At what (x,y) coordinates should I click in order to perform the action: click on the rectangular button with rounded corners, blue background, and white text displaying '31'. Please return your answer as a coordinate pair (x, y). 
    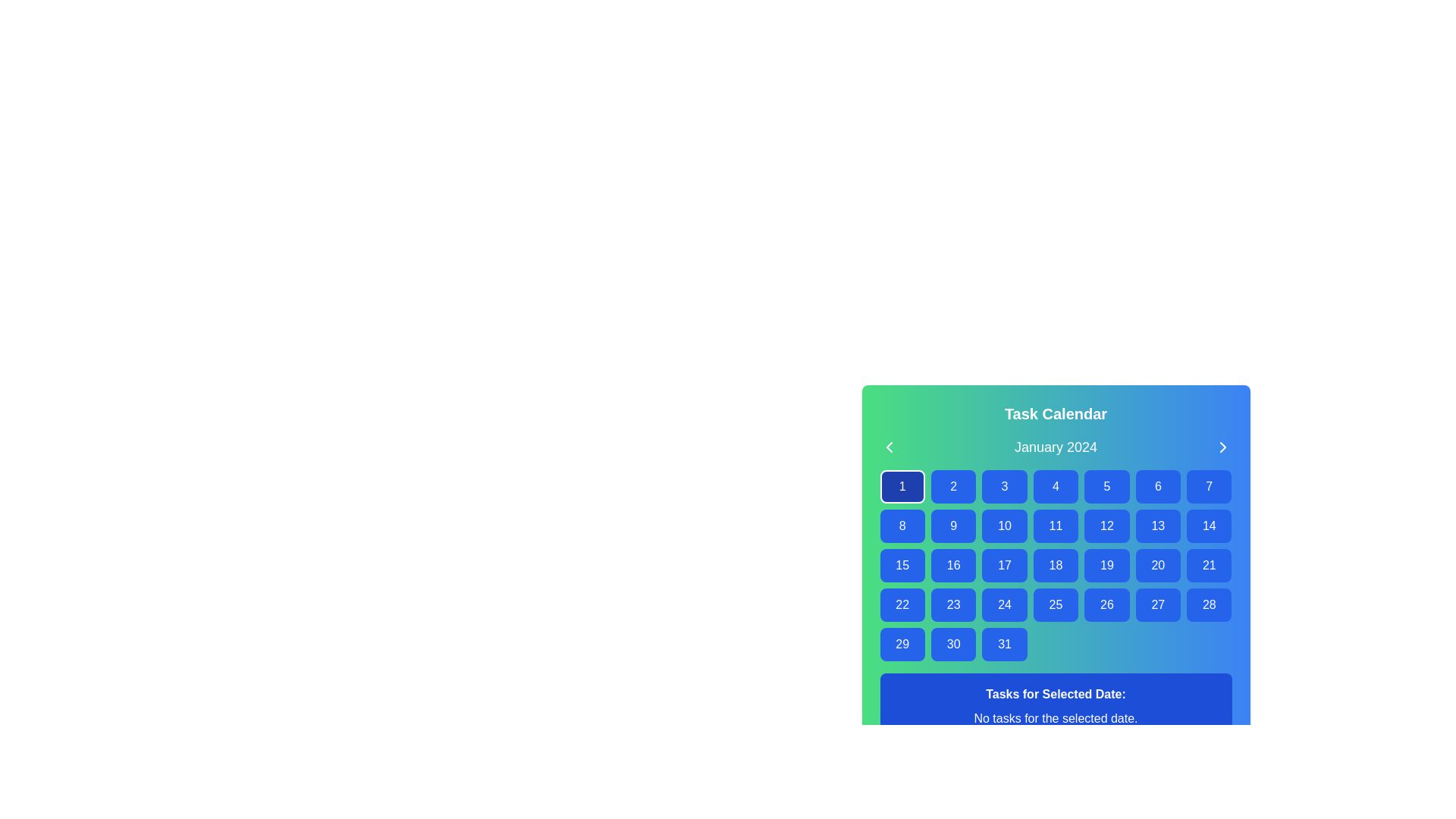
    Looking at the image, I should click on (1004, 644).